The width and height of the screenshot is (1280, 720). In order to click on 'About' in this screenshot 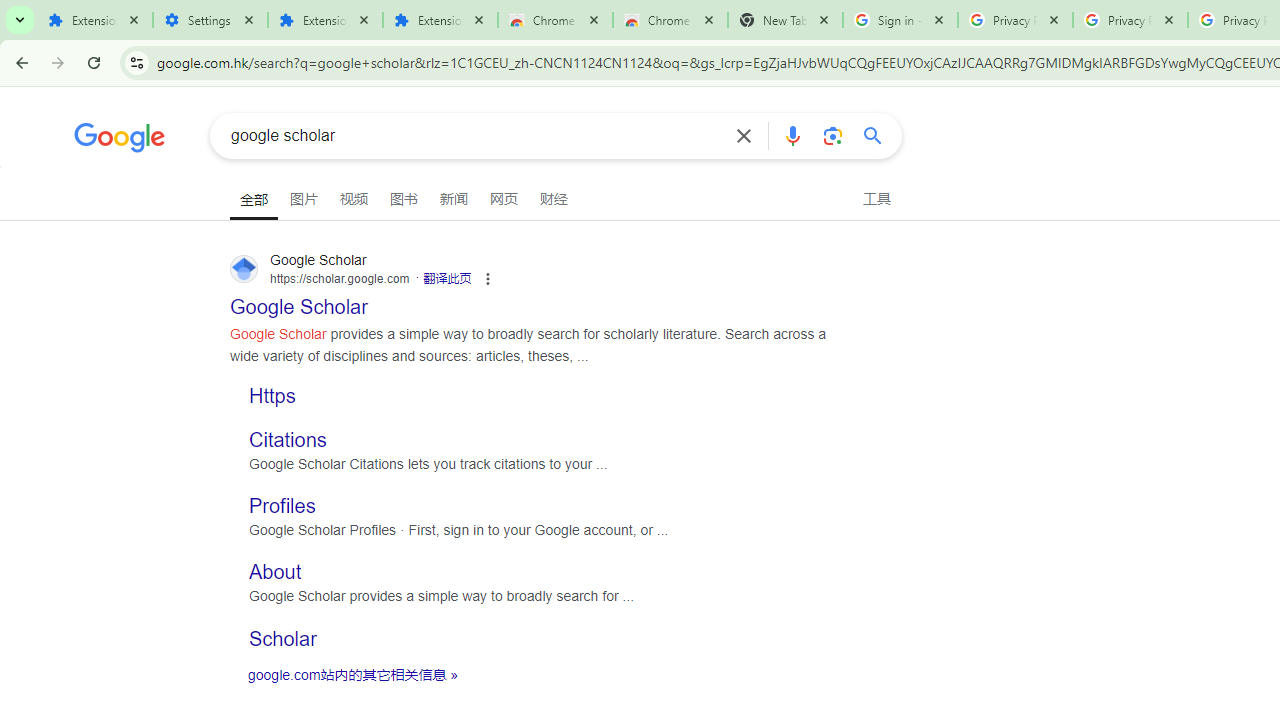, I will do `click(274, 572)`.